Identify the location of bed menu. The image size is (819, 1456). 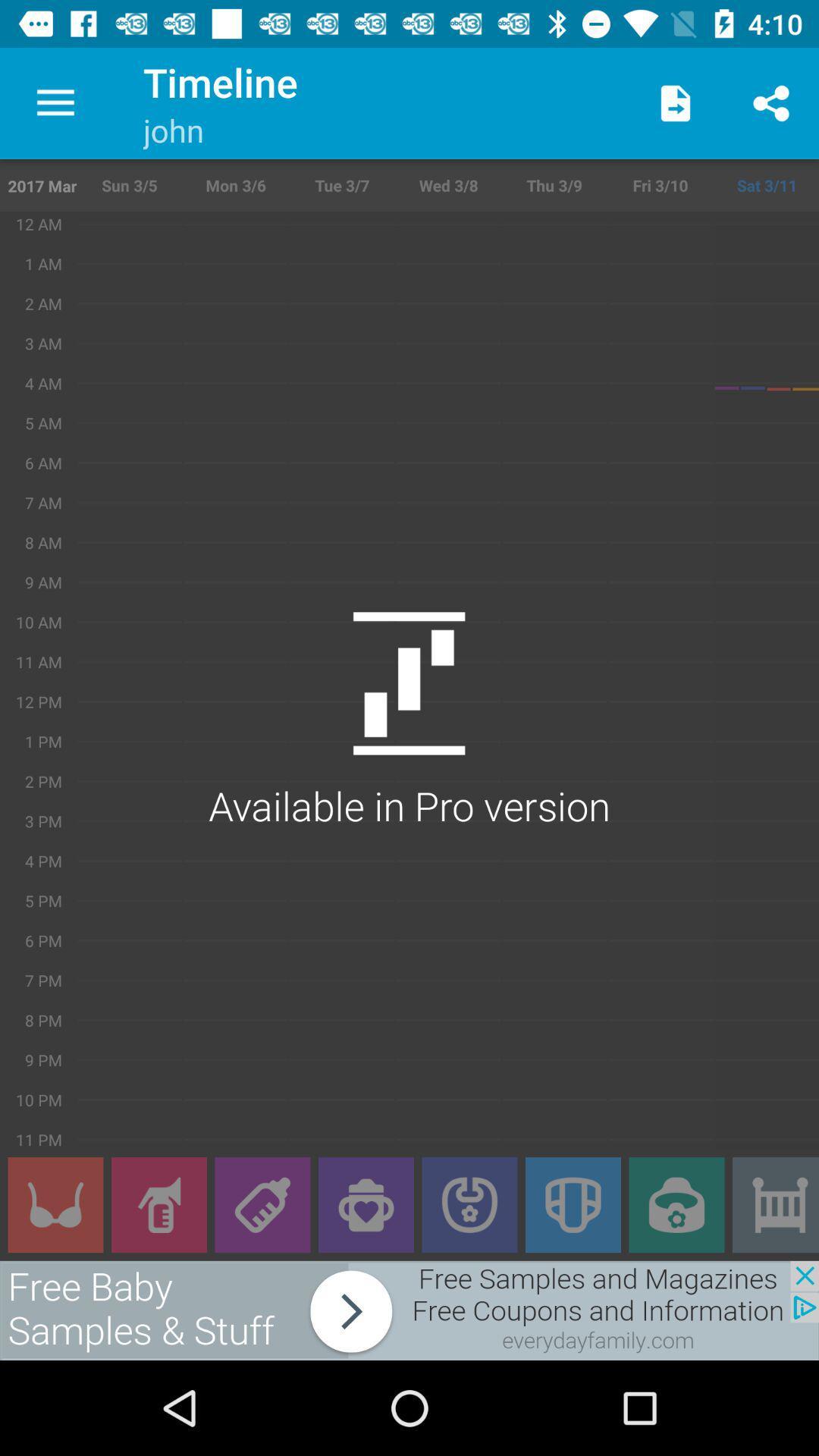
(775, 1204).